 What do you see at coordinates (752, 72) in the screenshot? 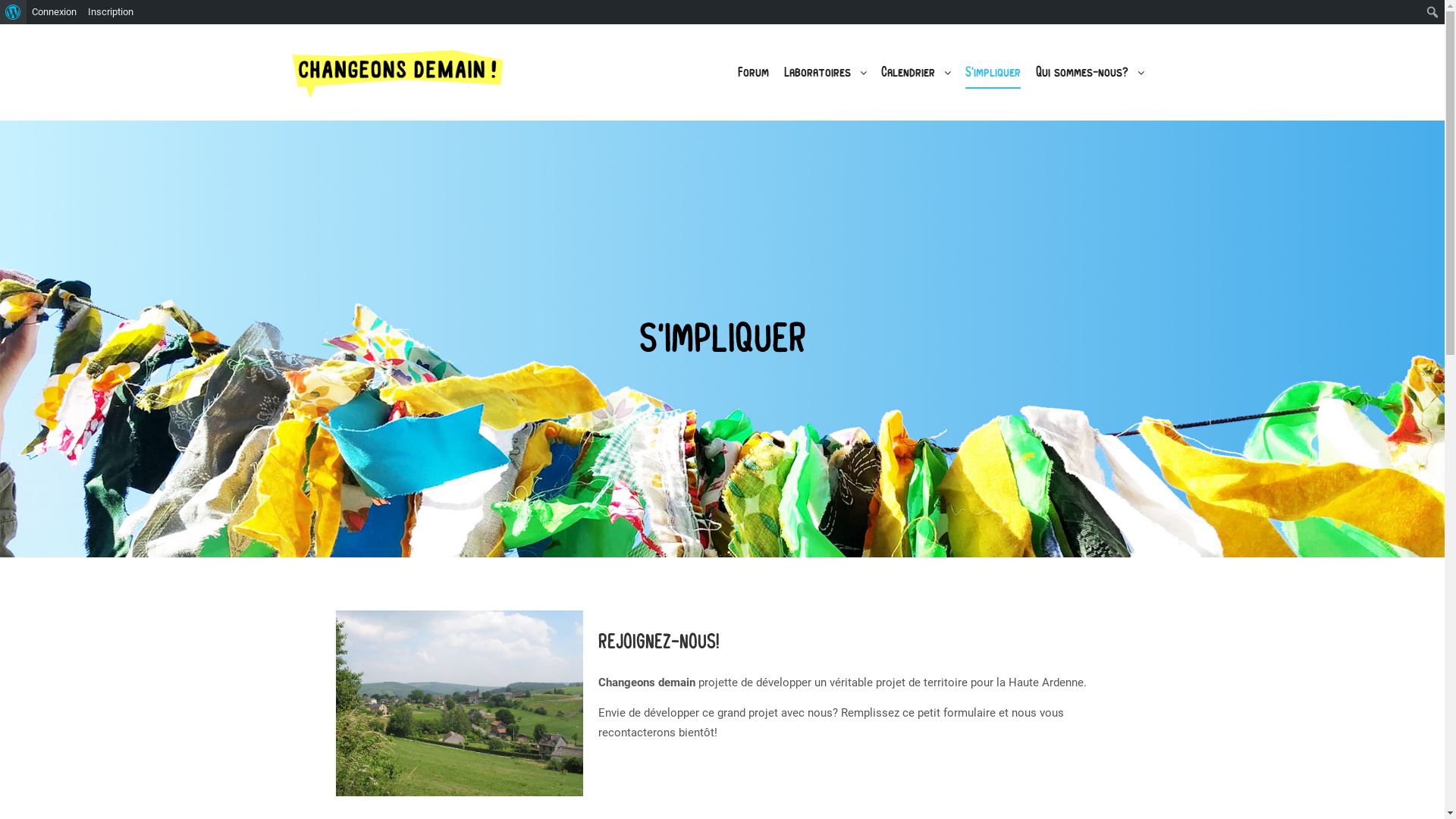
I see `'Forum'` at bounding box center [752, 72].